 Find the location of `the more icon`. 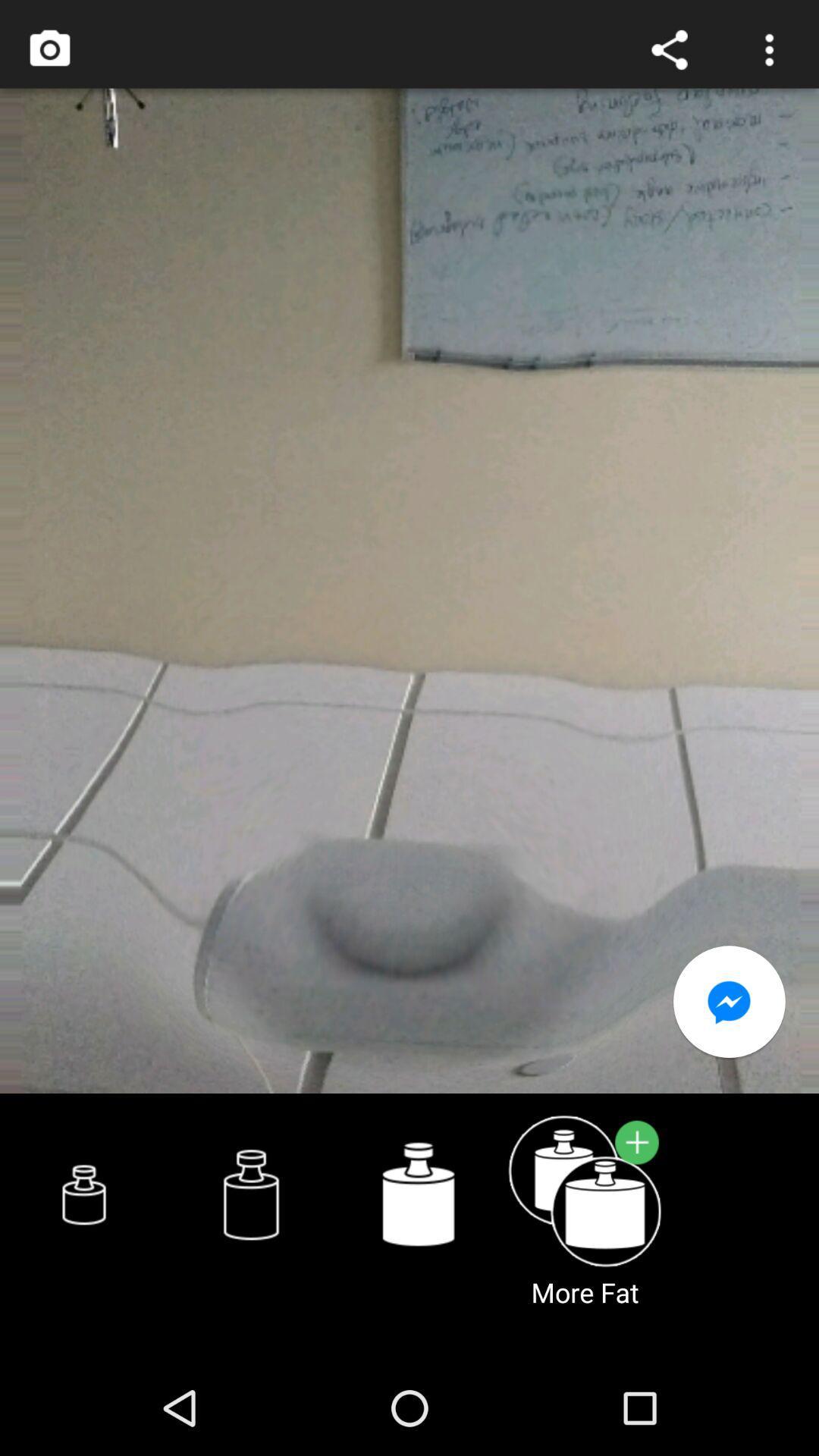

the more icon is located at coordinates (769, 53).